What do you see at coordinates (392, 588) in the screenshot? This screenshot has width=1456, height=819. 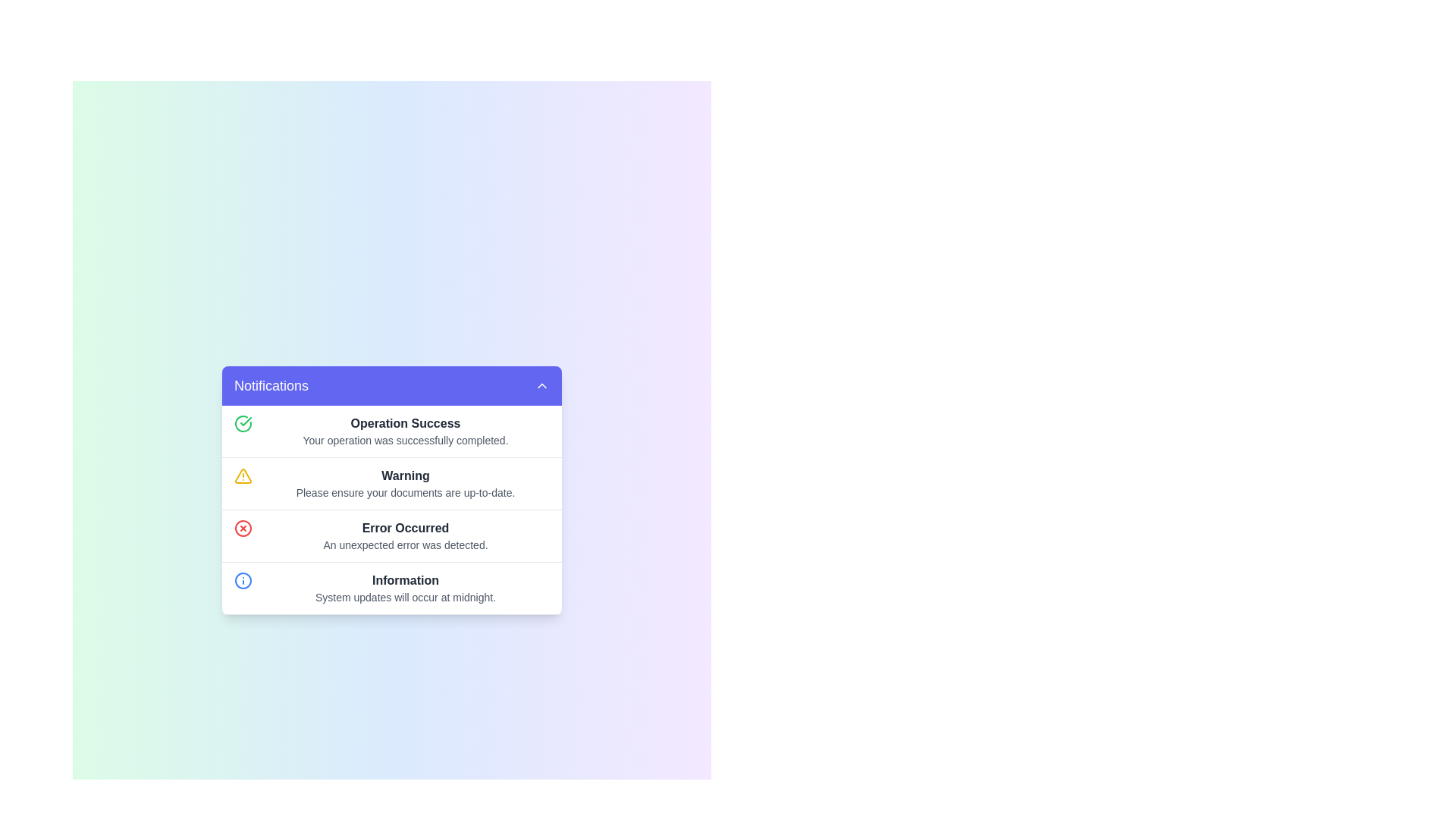 I see `the notification block titled 'Information' which contains details about system updates` at bounding box center [392, 588].